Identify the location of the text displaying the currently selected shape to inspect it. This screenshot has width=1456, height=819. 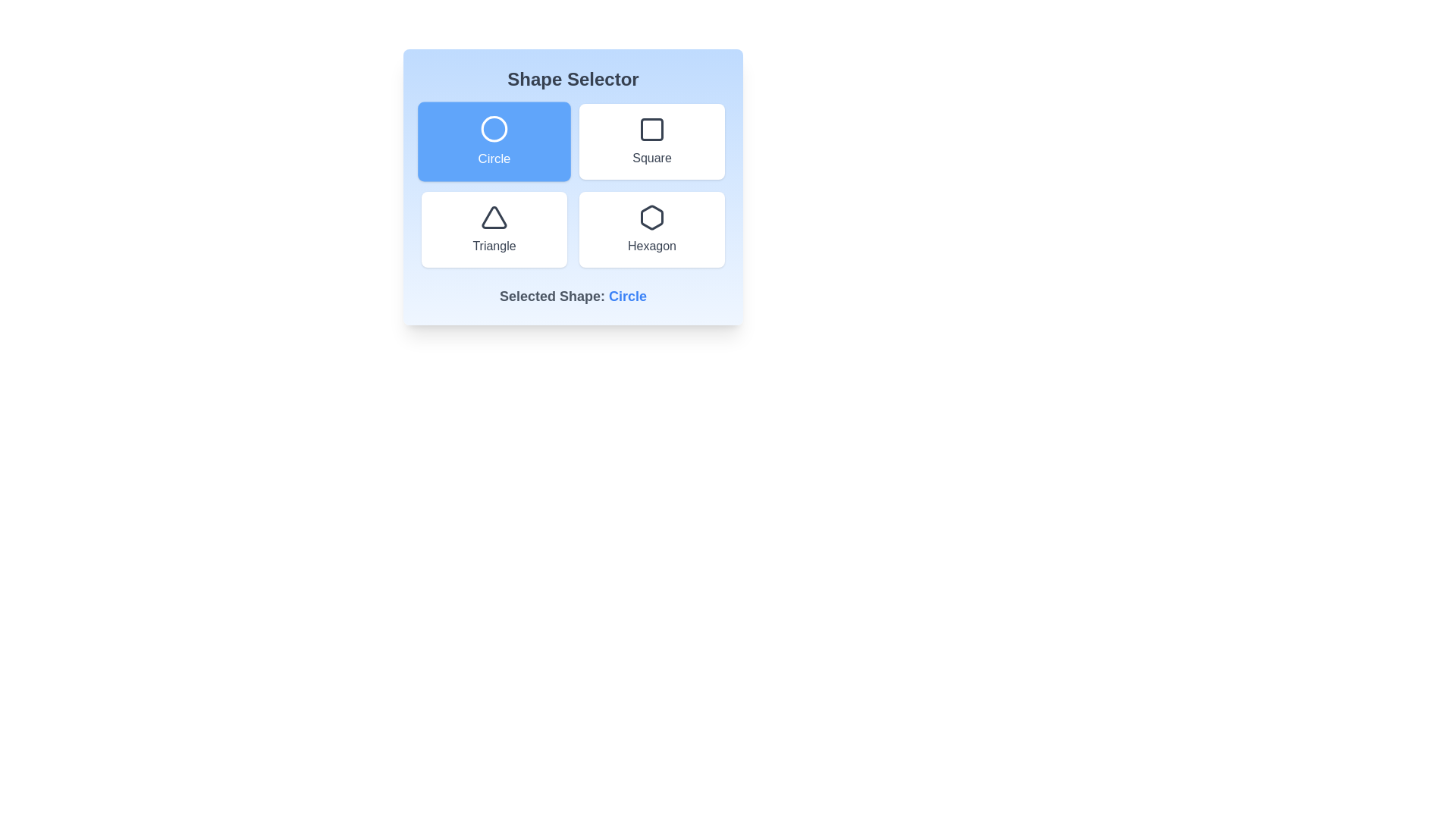
(628, 296).